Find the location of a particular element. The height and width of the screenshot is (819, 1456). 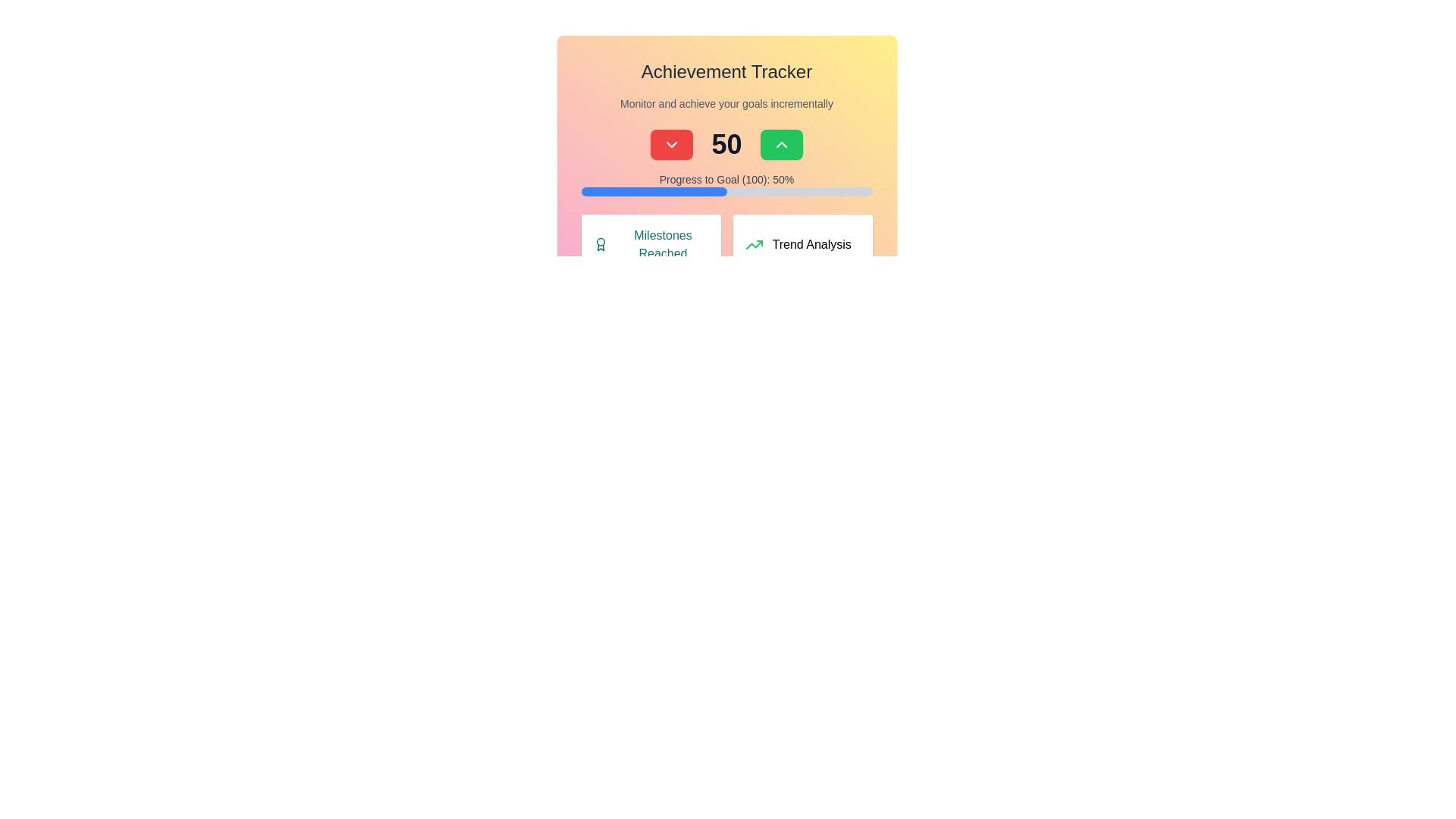

the decorative SVG circle element at the center of the medal icon in the 'Milestones Reached' section is located at coordinates (600, 241).